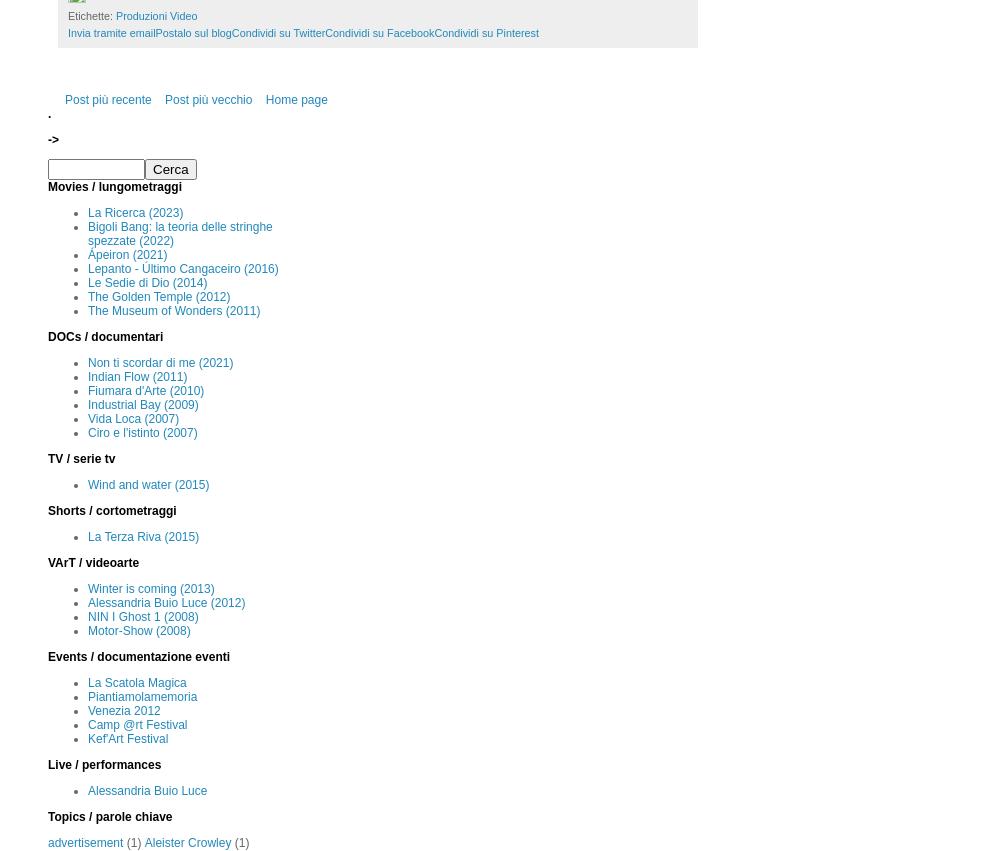 The height and width of the screenshot is (851, 1008). Describe the element at coordinates (87, 603) in the screenshot. I see `'Alessandria Buio Luce (2012)'` at that location.